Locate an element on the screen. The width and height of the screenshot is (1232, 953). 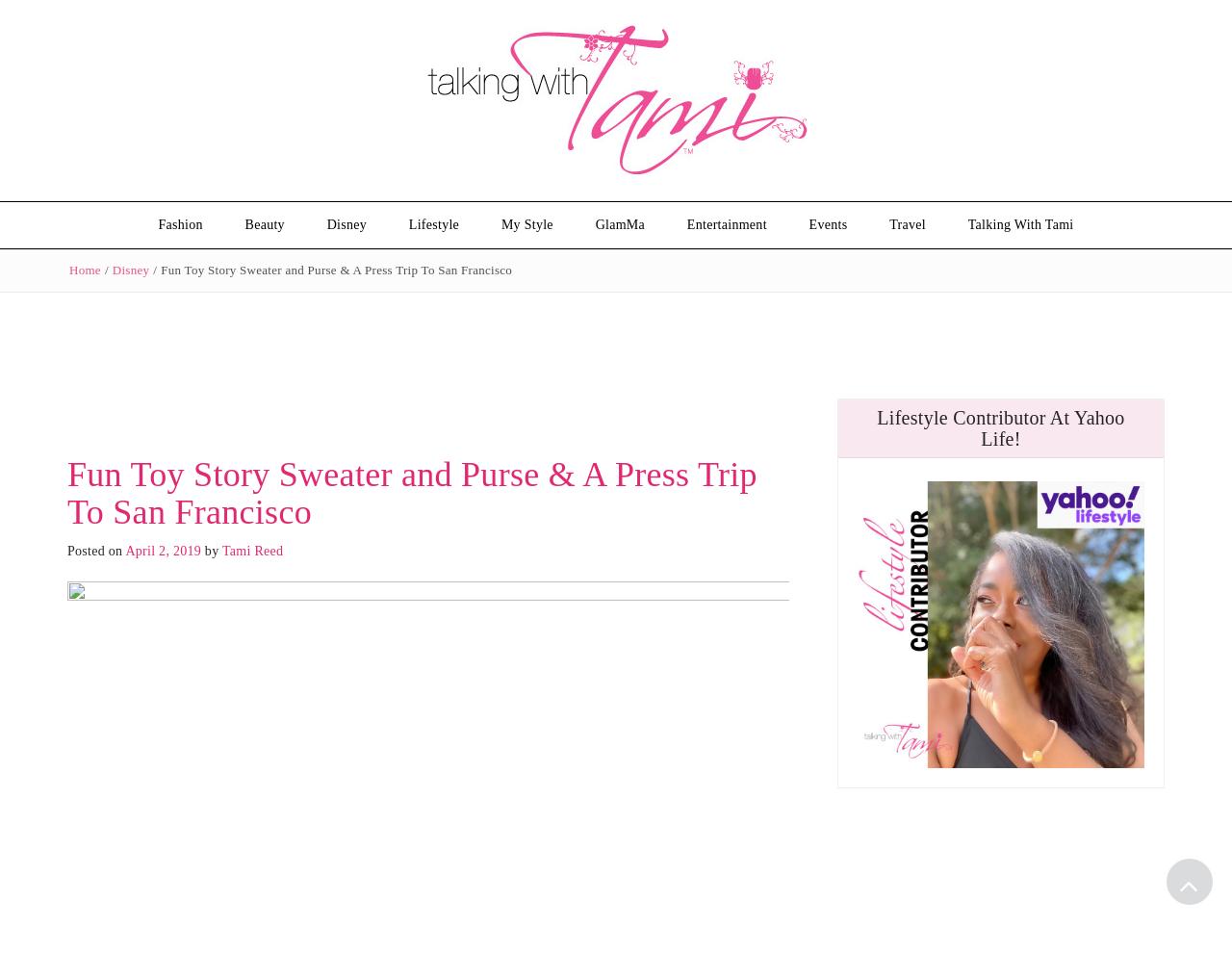
'Media Kit' is located at coordinates (996, 408).